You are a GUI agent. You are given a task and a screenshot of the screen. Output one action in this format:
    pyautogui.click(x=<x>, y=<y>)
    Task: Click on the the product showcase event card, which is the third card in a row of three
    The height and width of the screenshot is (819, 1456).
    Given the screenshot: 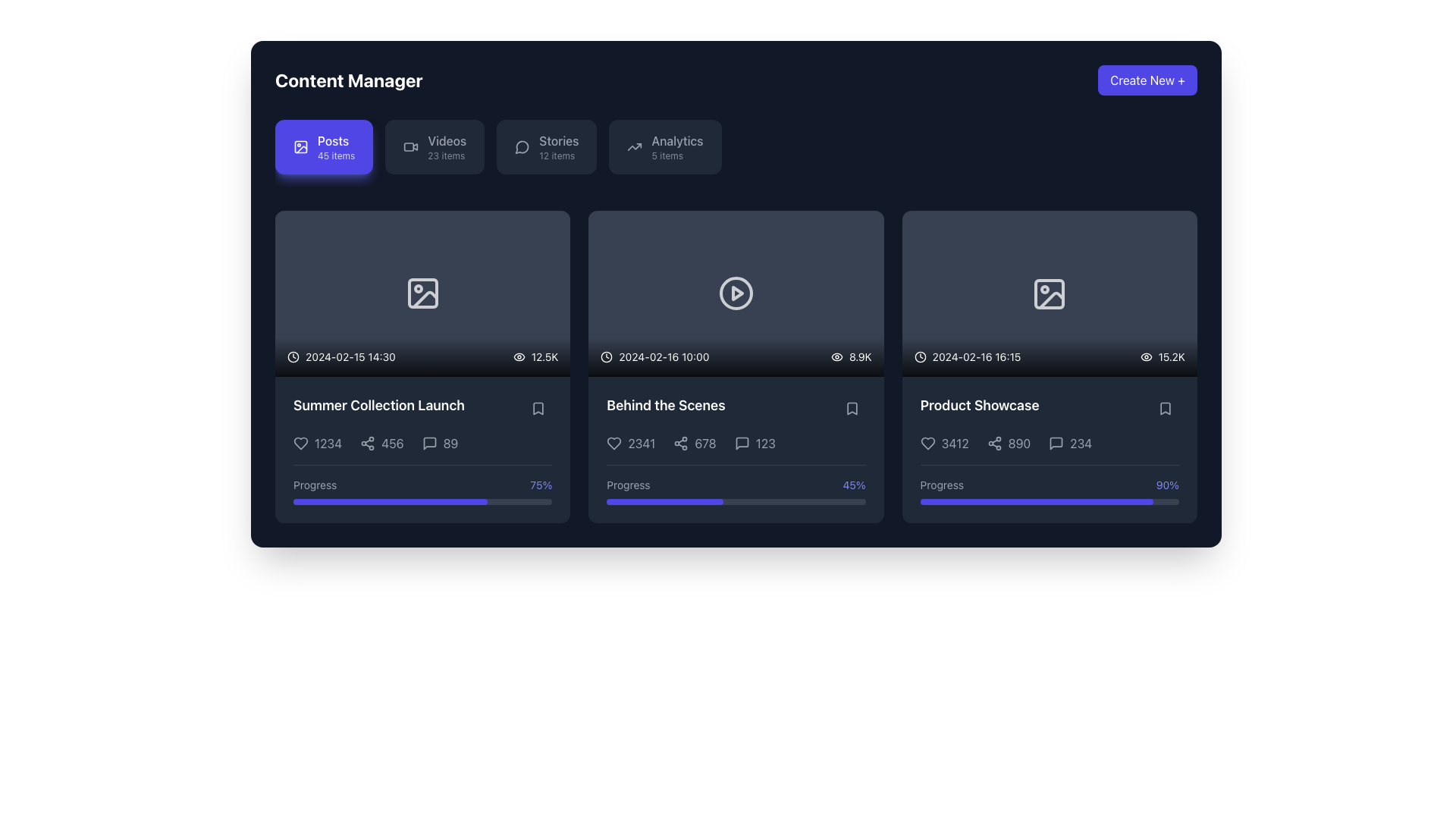 What is the action you would take?
    pyautogui.click(x=1049, y=366)
    